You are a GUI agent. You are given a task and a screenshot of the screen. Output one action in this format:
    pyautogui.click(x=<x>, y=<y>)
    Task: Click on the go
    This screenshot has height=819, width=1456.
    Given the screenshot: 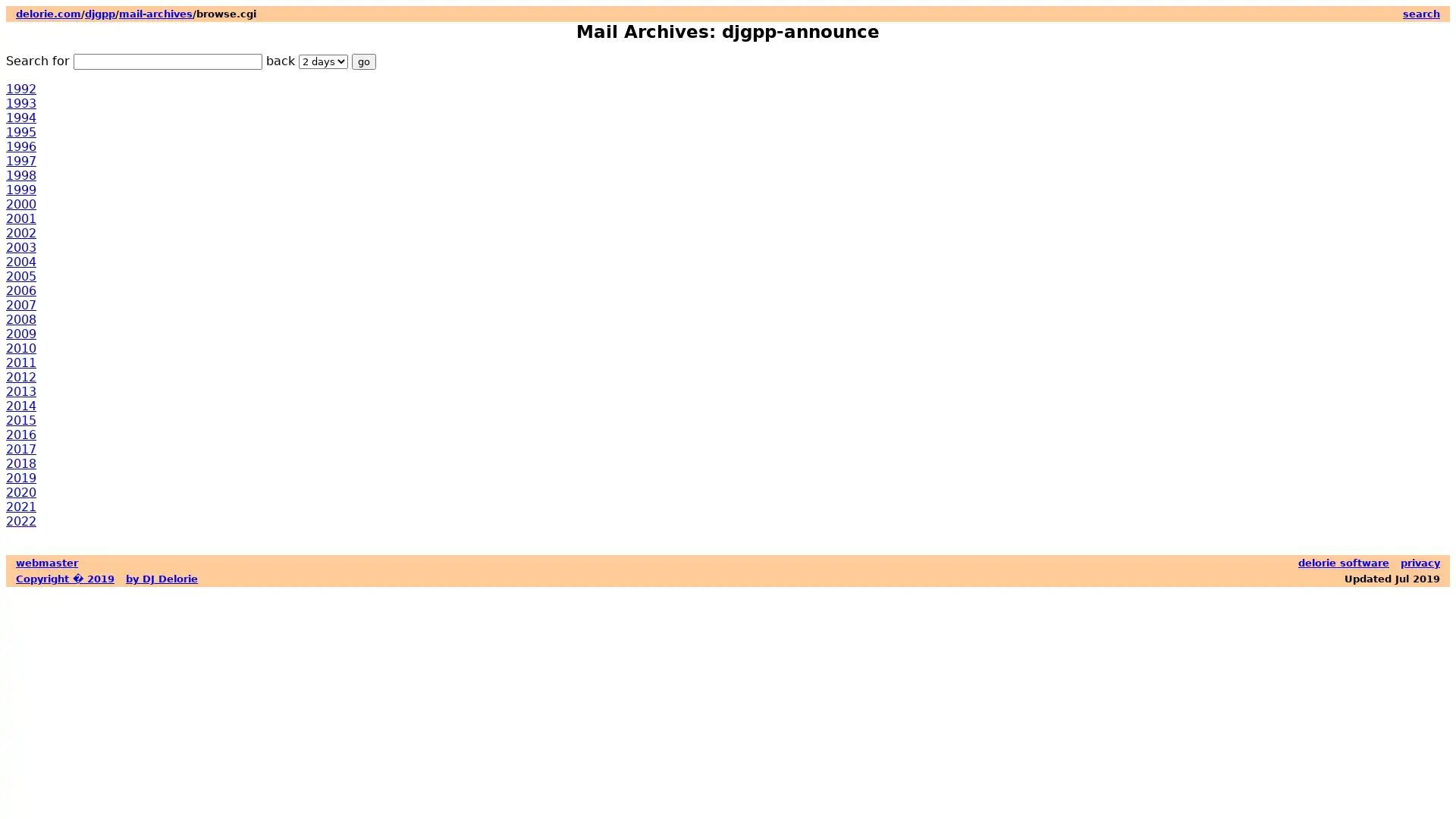 What is the action you would take?
    pyautogui.click(x=364, y=61)
    